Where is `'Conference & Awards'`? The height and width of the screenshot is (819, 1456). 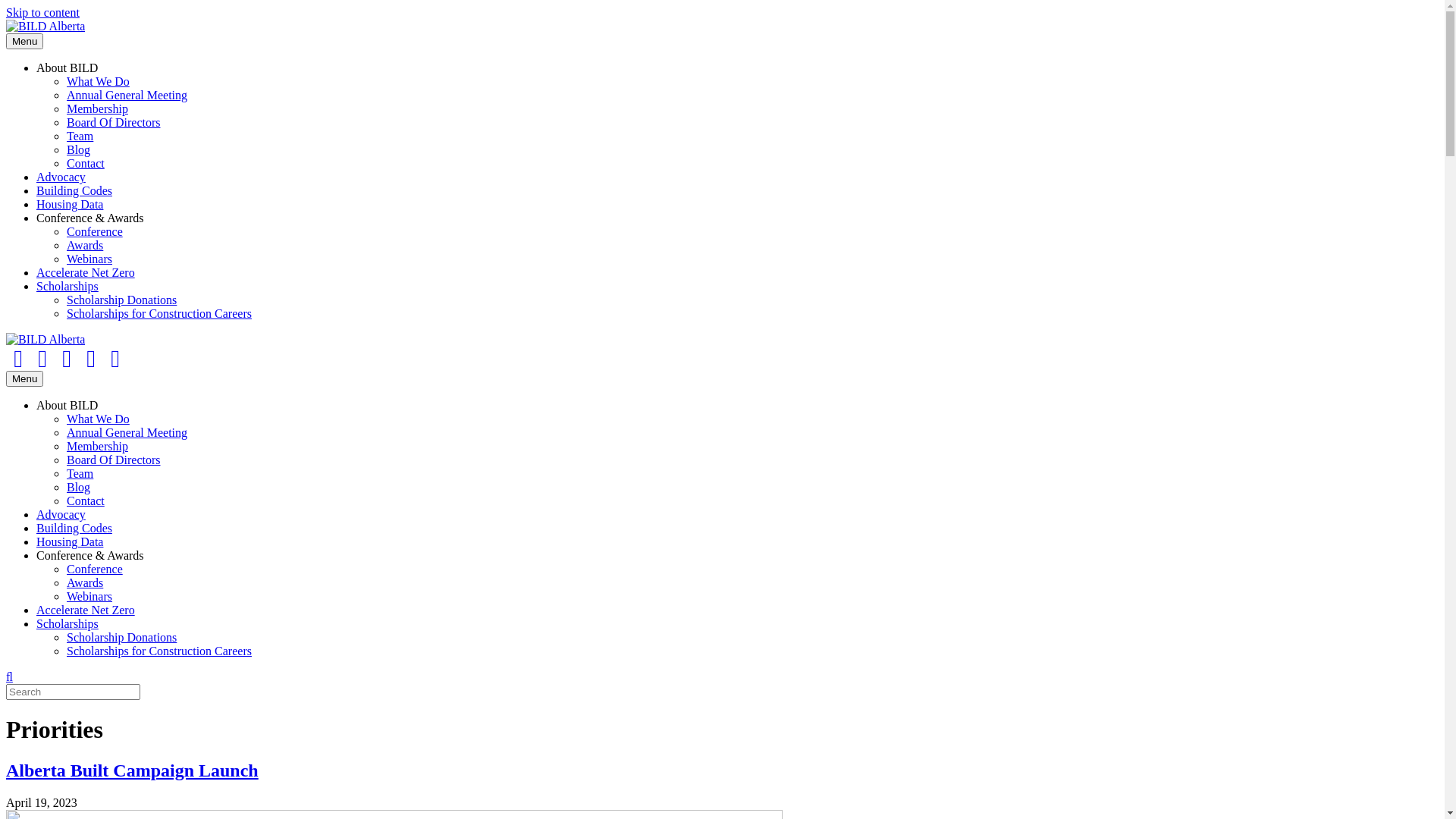 'Conference & Awards' is located at coordinates (89, 555).